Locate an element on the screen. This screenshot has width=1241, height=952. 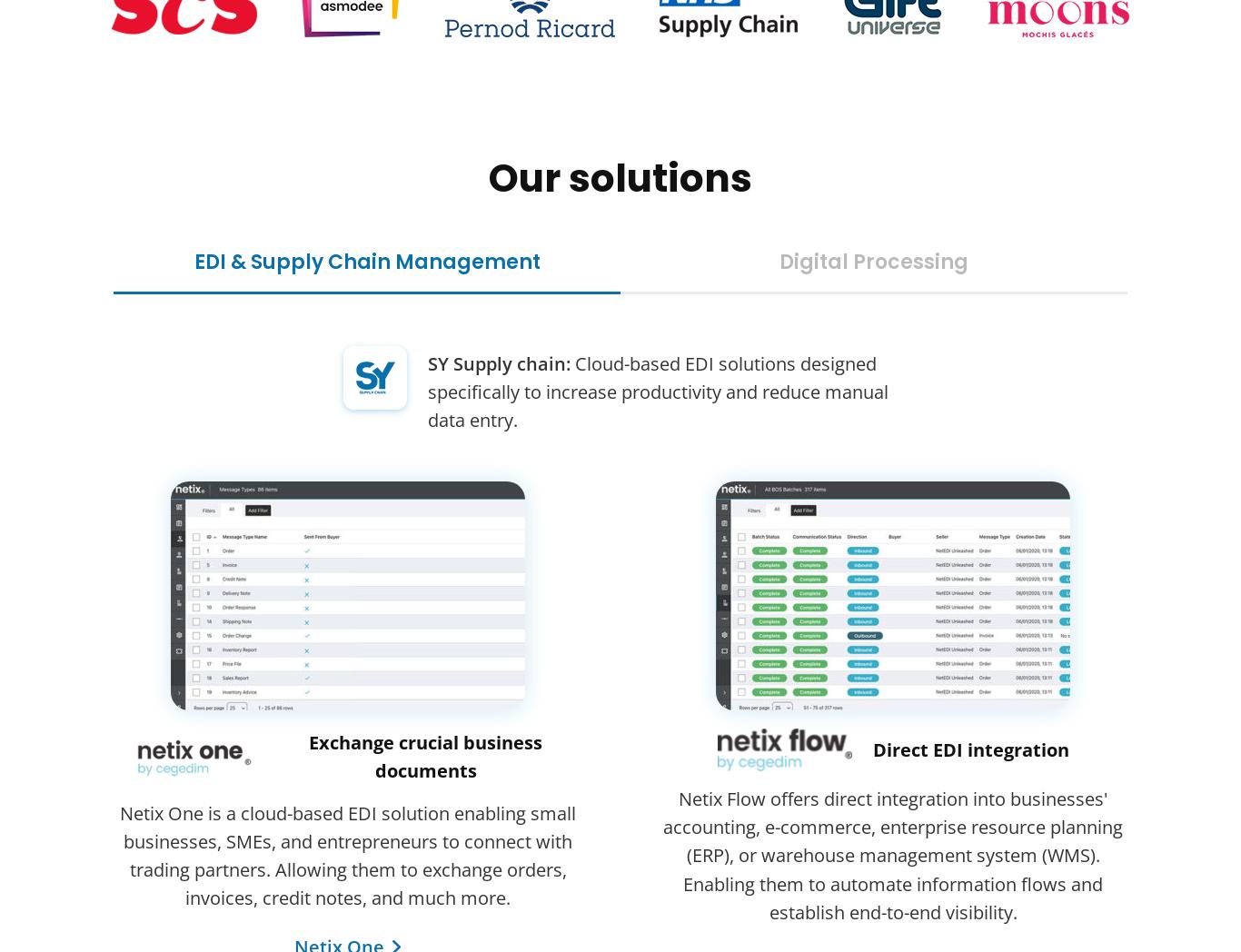
'What business document can I send via EDI?' is located at coordinates (311, 793).